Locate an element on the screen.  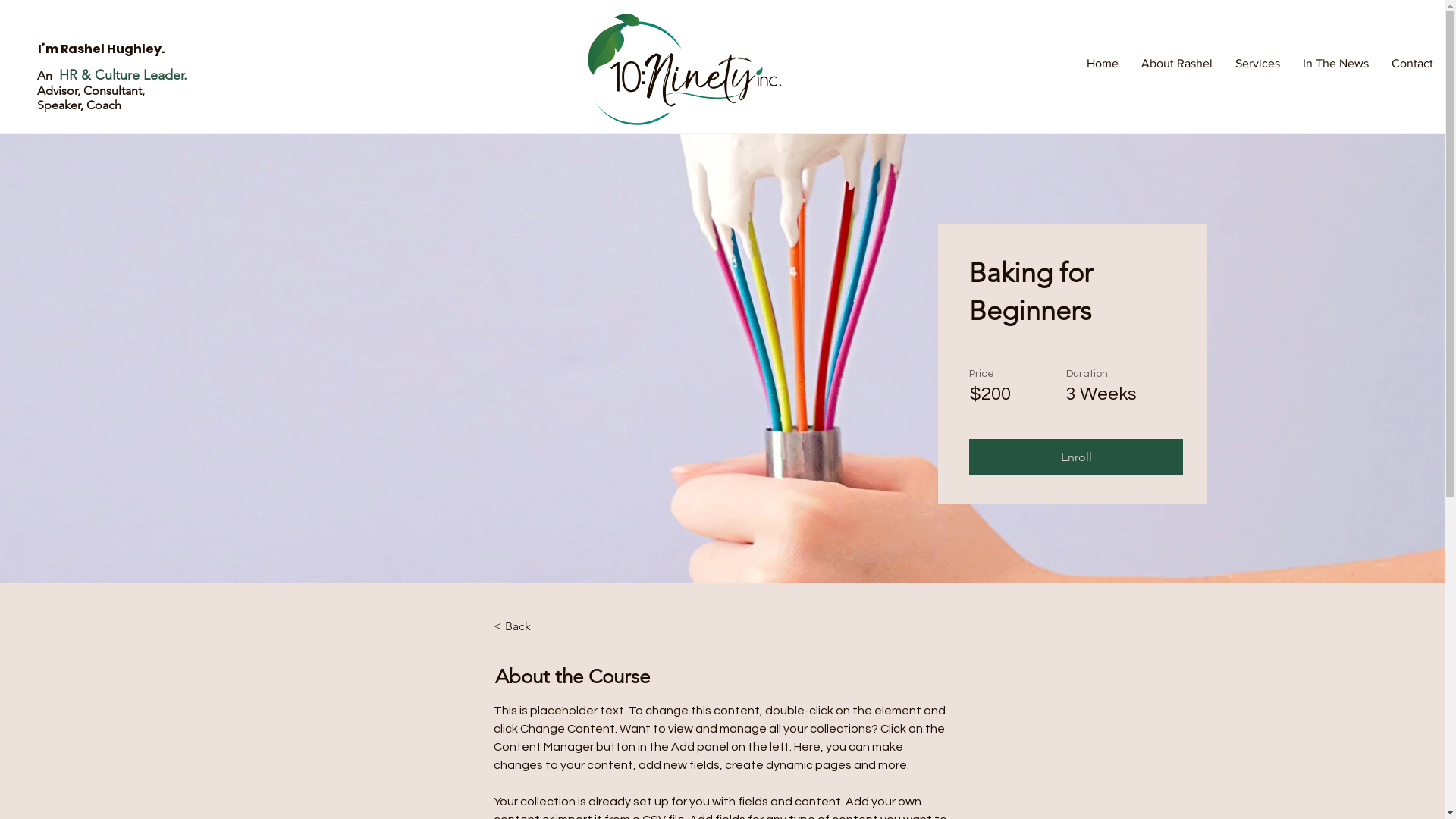
'In The News' is located at coordinates (1335, 63).